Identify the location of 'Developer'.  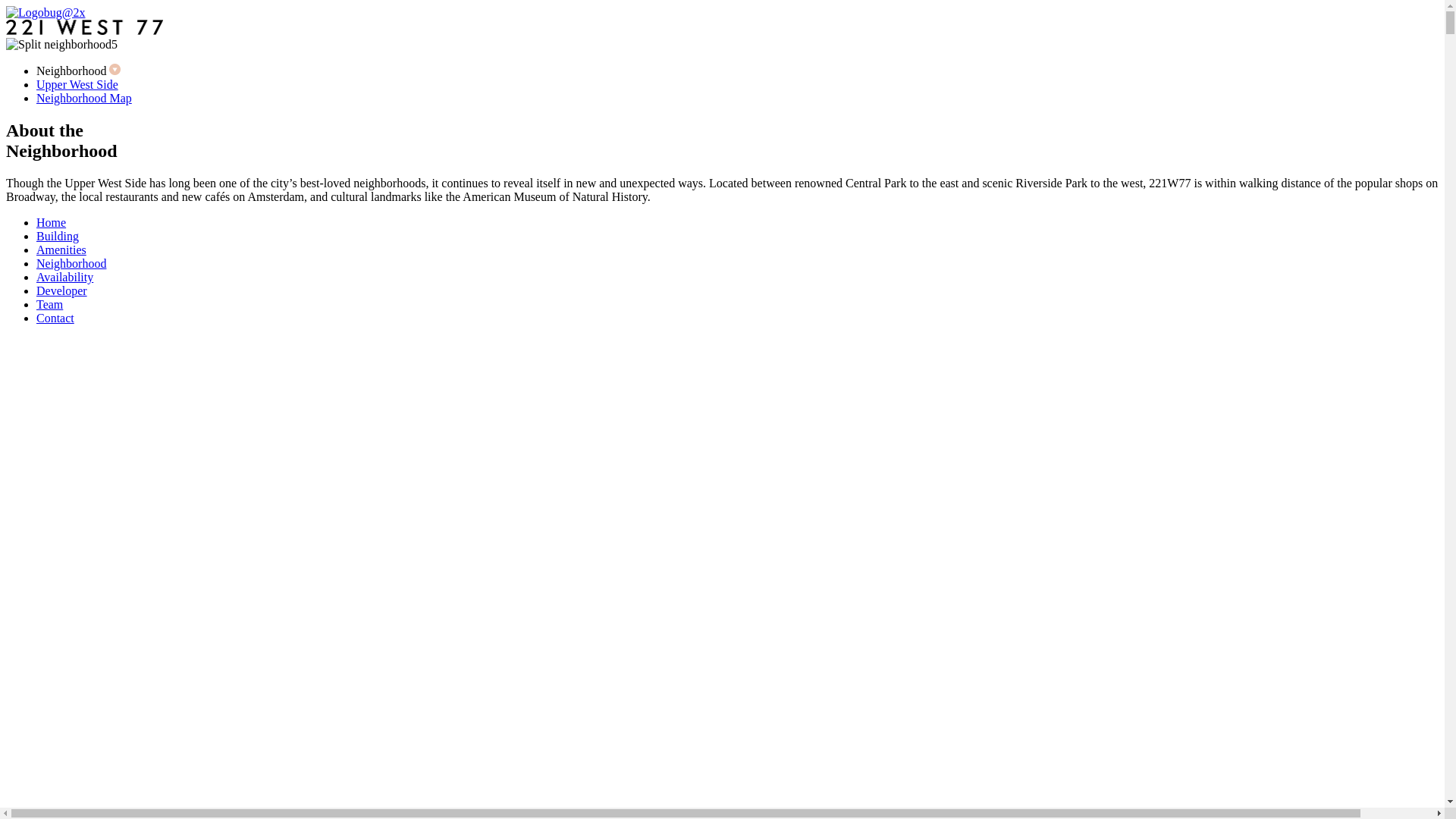
(61, 290).